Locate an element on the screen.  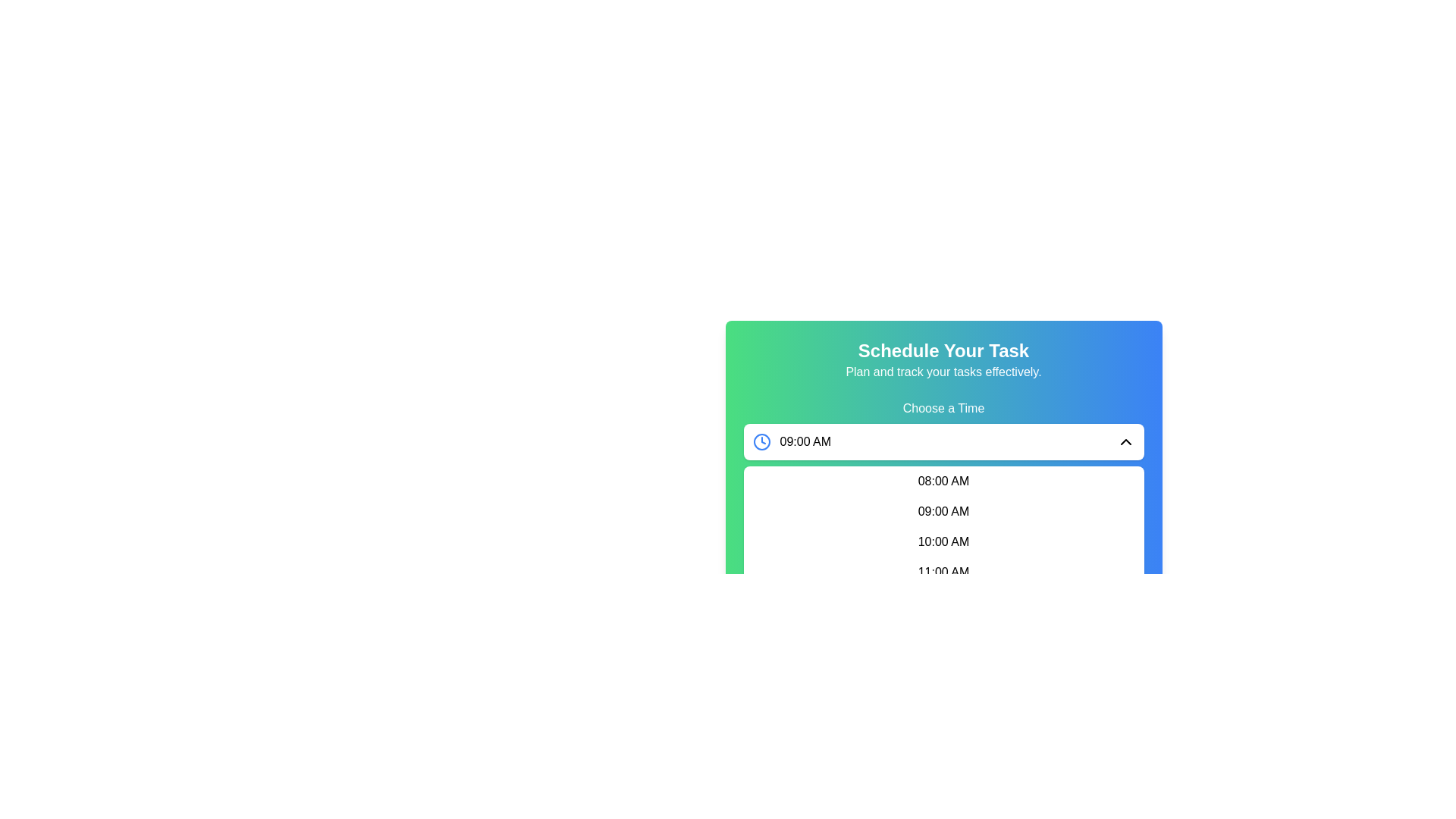
the fourth item in the vertical list of time-related options is located at coordinates (943, 573).